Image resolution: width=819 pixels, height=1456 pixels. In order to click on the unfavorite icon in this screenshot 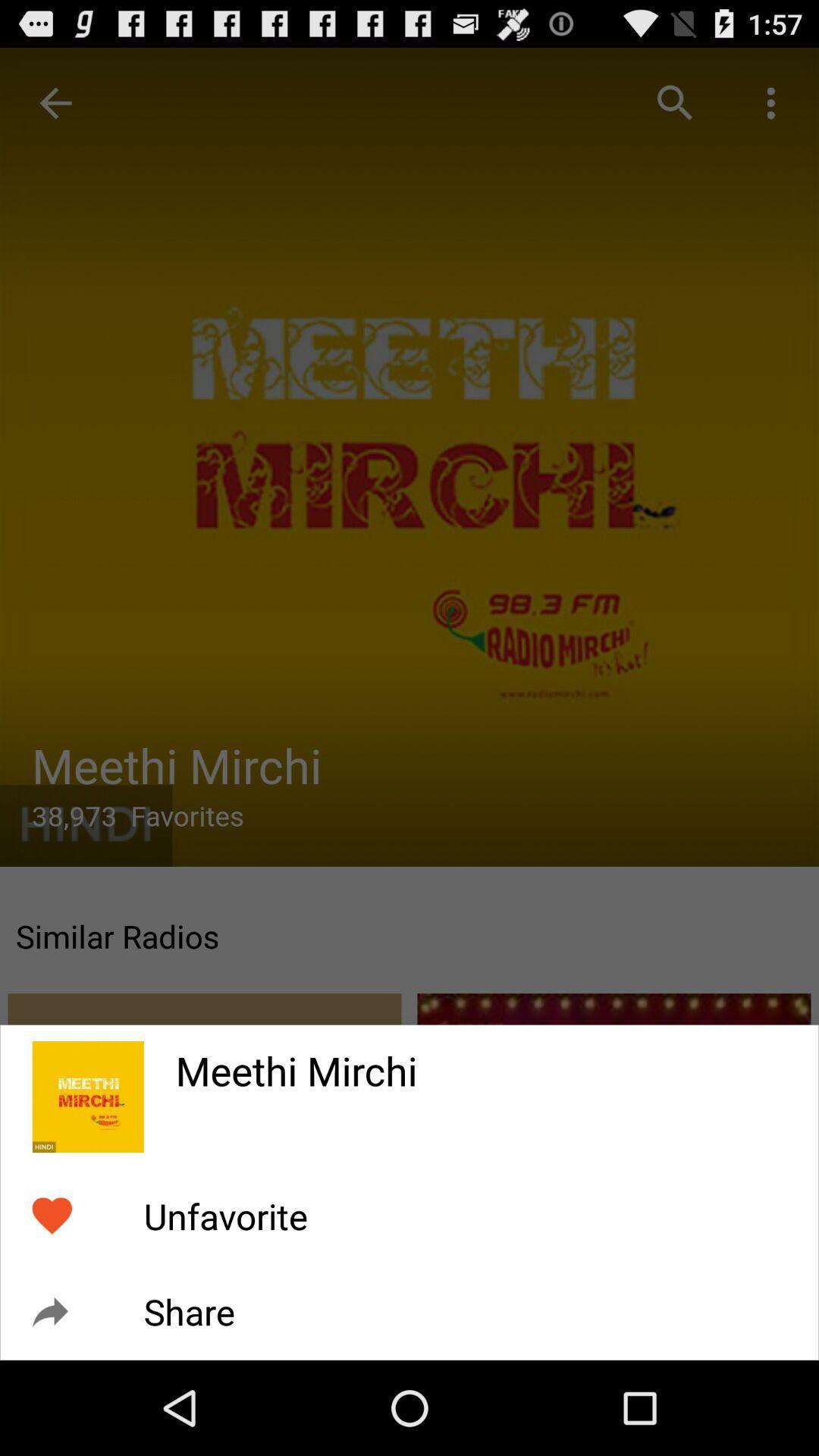, I will do `click(225, 1216)`.